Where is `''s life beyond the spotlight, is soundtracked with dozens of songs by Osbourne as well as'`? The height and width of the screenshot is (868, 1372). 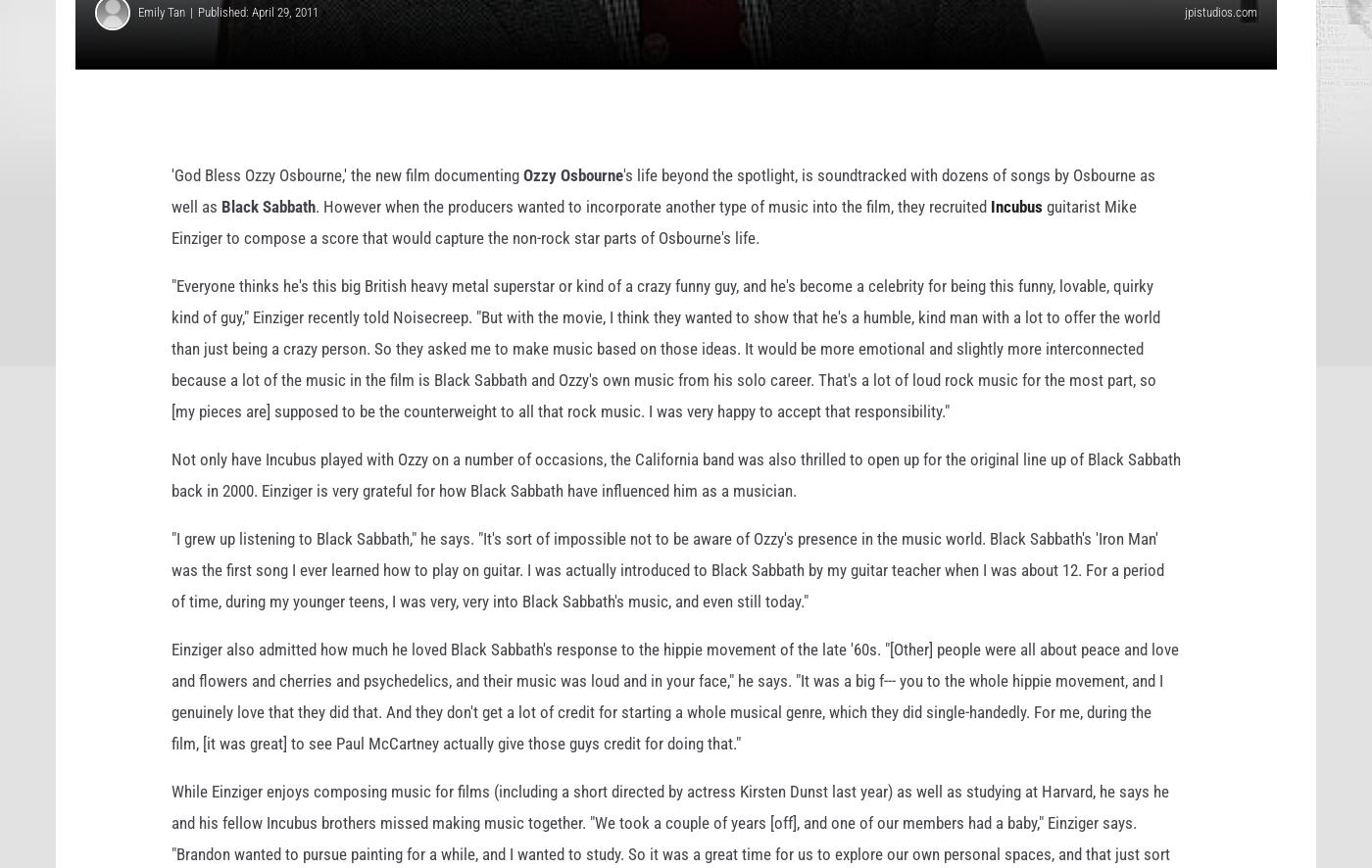 ''s life beyond the spotlight, is soundtracked with dozens of songs by Osbourne as well as' is located at coordinates (663, 220).